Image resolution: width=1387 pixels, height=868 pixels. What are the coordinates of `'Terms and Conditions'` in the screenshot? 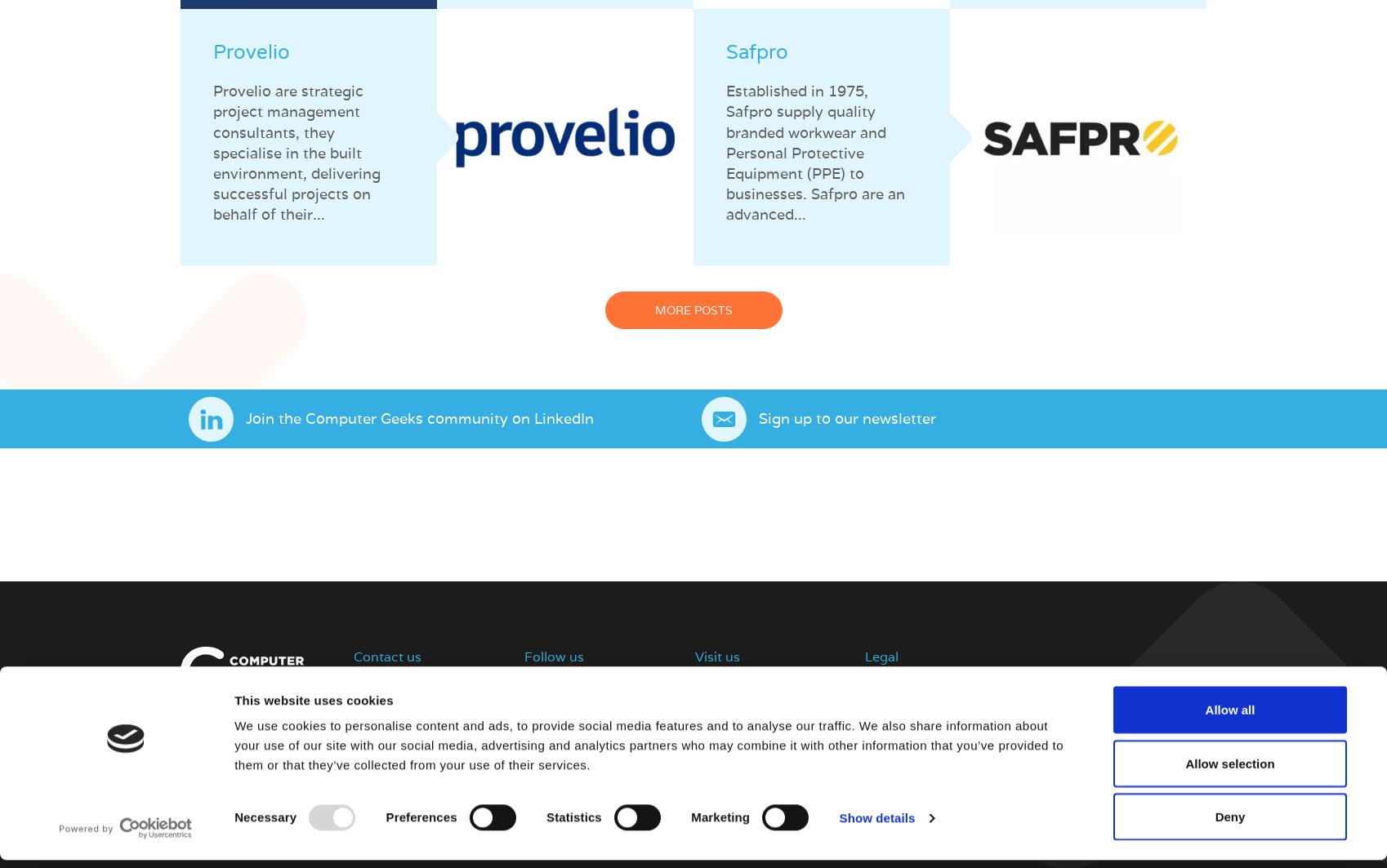 It's located at (925, 683).